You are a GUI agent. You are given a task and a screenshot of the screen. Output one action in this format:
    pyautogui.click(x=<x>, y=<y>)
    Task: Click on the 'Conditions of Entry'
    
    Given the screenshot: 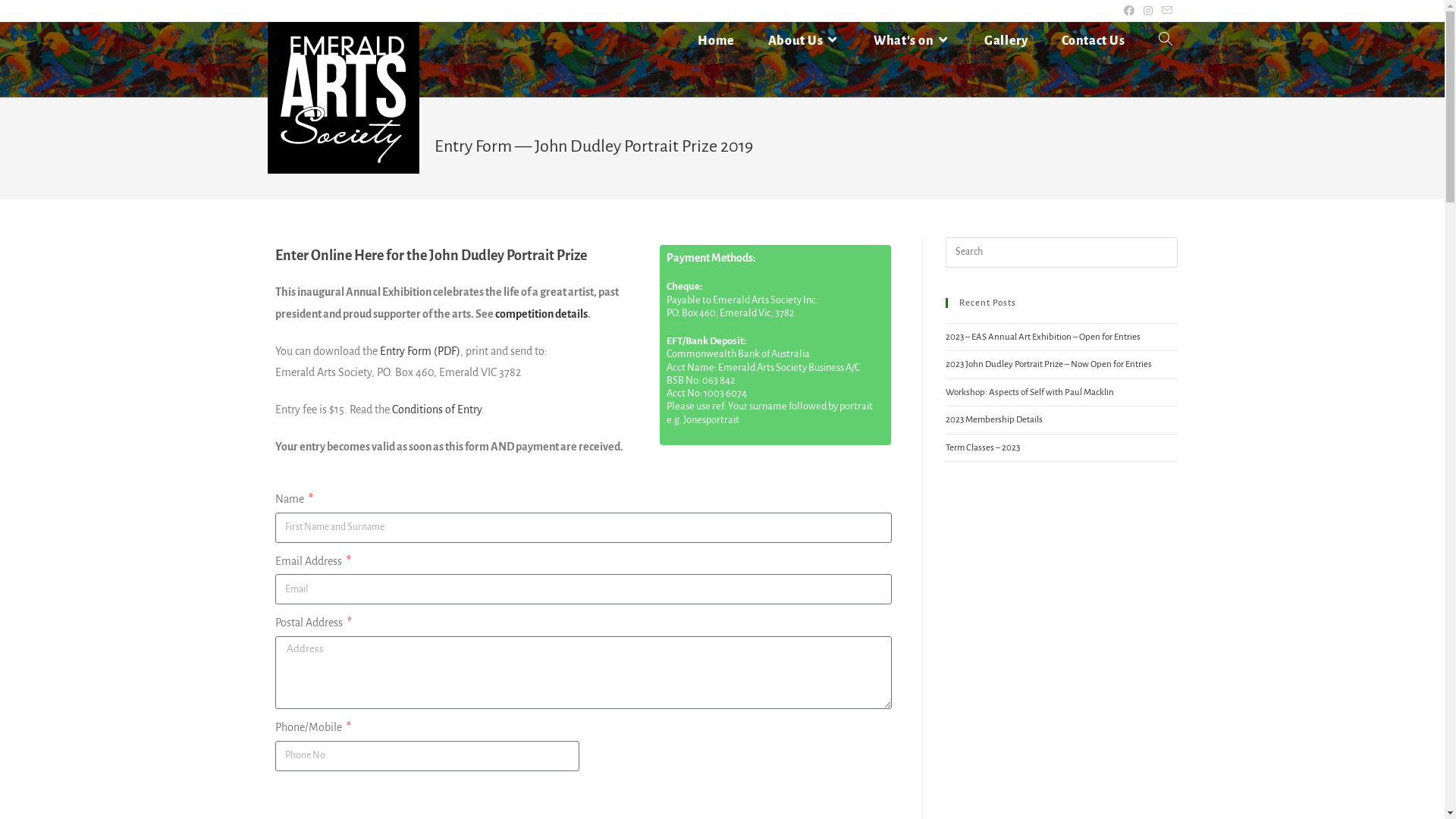 What is the action you would take?
    pyautogui.click(x=435, y=409)
    